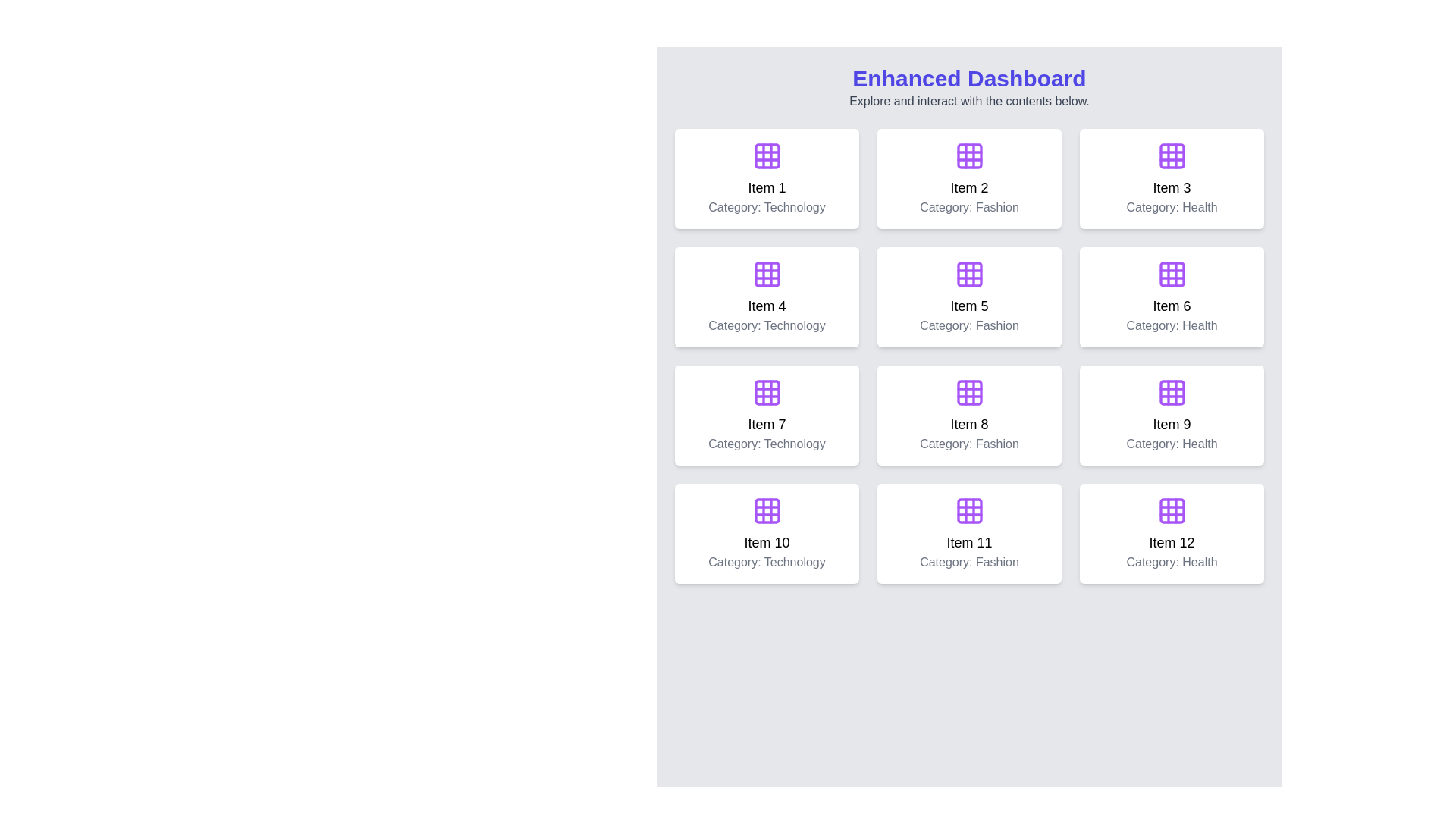  I want to click on the purple 3x3 grid icon with rounded corners located on the item card labeled 'Item 10' in the grid layout, so click(767, 511).